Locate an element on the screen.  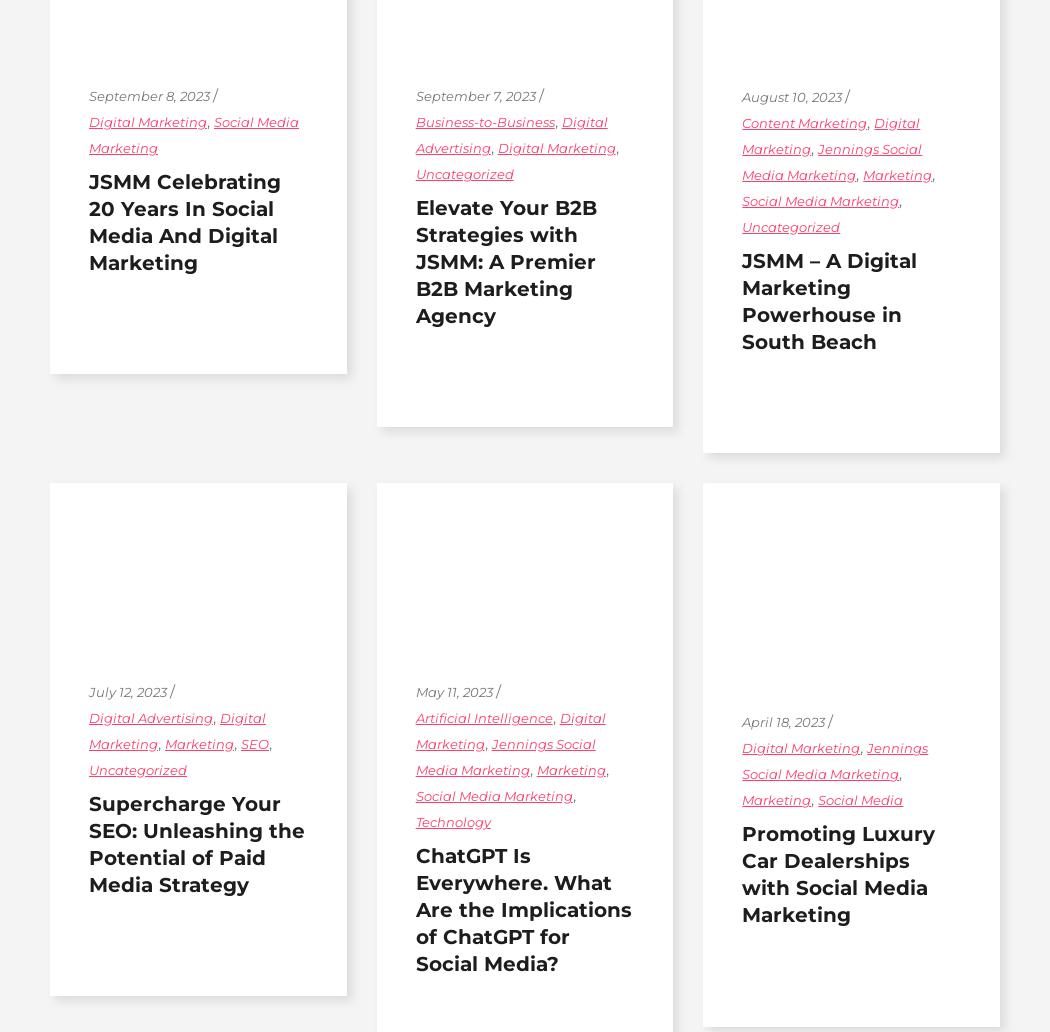
'Social Media' is located at coordinates (860, 800).